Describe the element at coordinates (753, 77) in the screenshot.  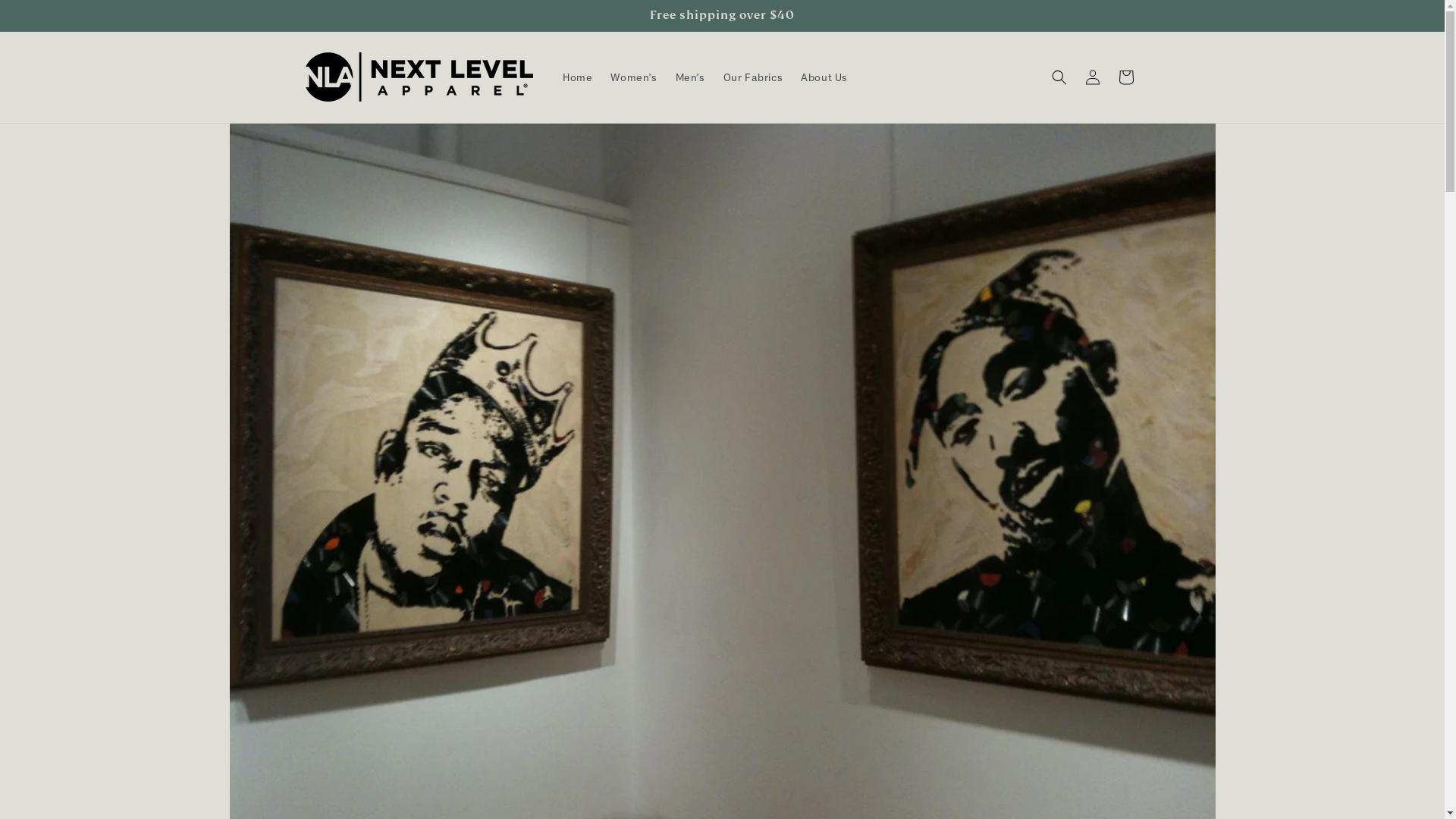
I see `'Our Fabrics'` at that location.